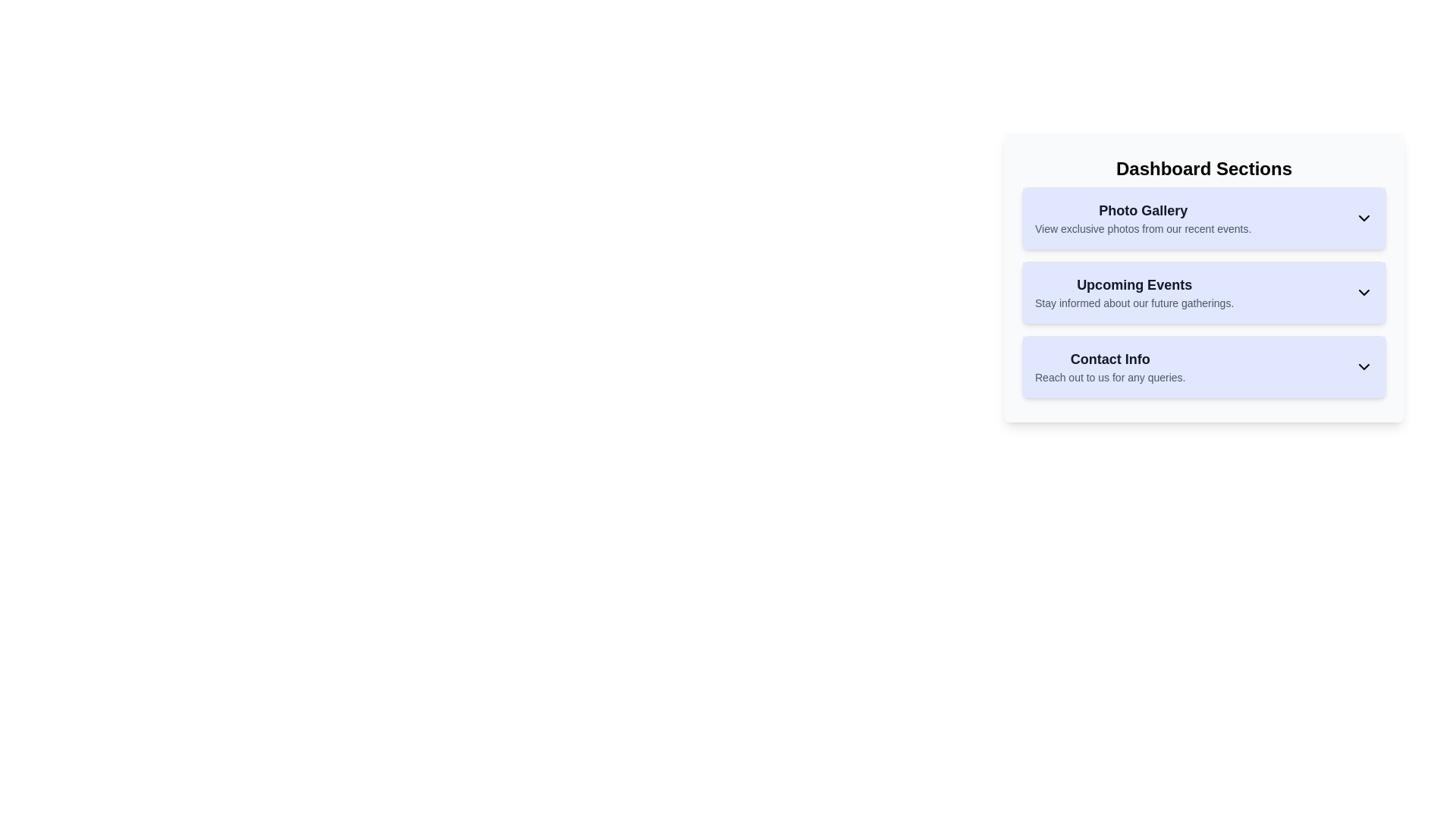  What do you see at coordinates (1143, 210) in the screenshot?
I see `the title text label of the collapsible section in the 'Dashboard Sections' card` at bounding box center [1143, 210].